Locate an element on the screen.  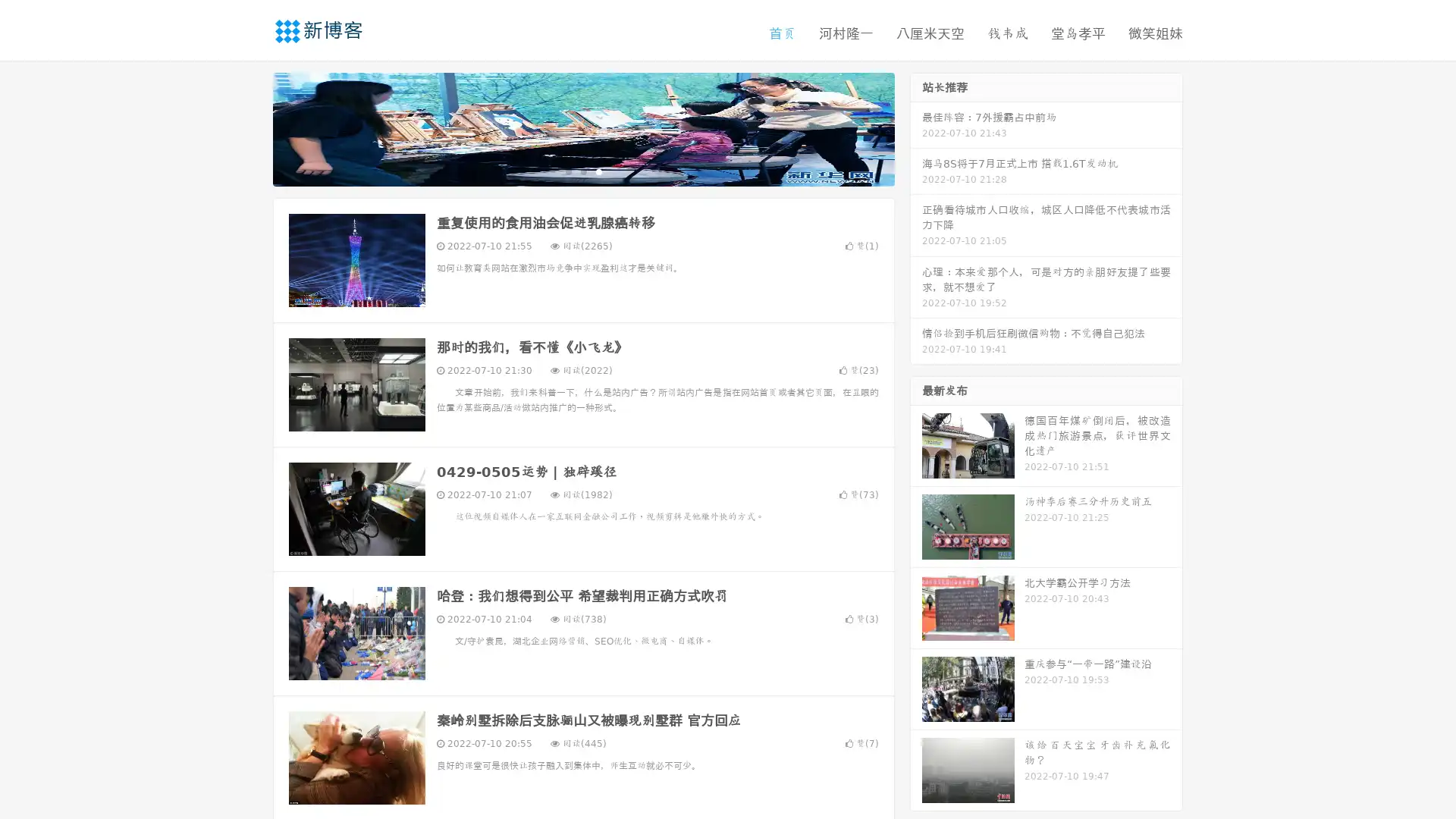
Go to slide 3 is located at coordinates (598, 171).